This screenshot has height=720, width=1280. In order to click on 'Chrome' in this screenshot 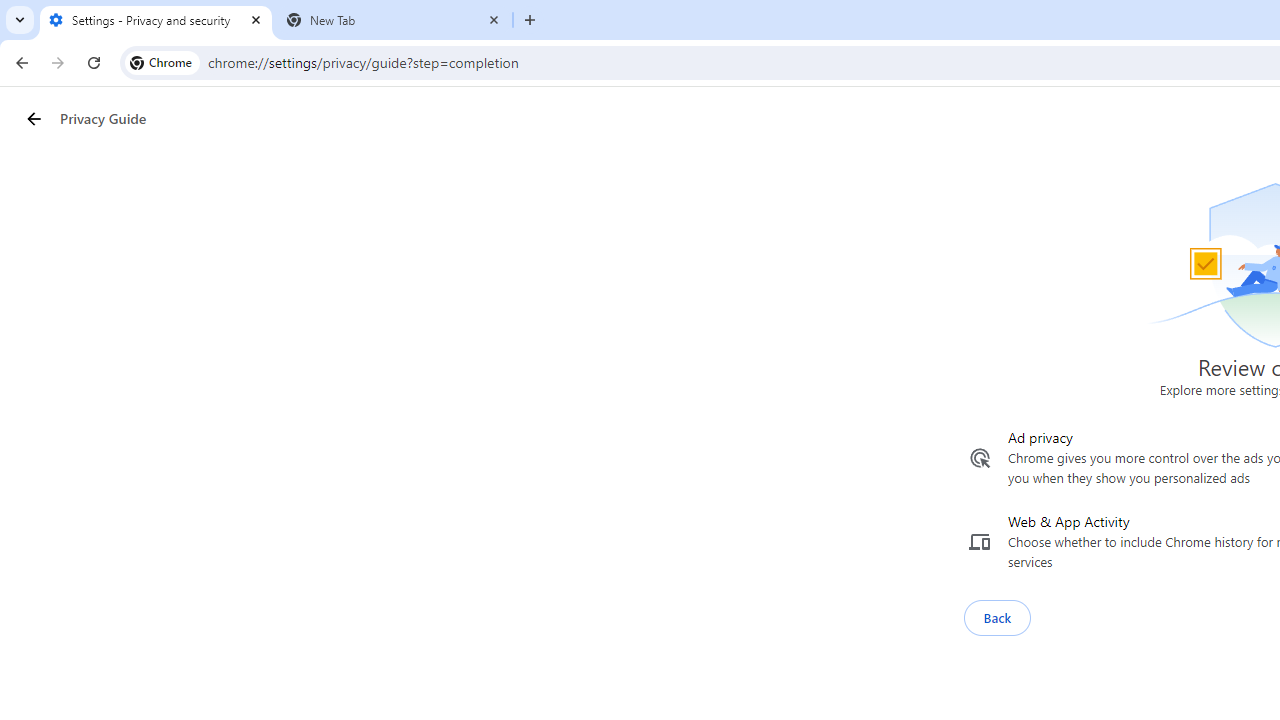, I will do `click(162, 61)`.